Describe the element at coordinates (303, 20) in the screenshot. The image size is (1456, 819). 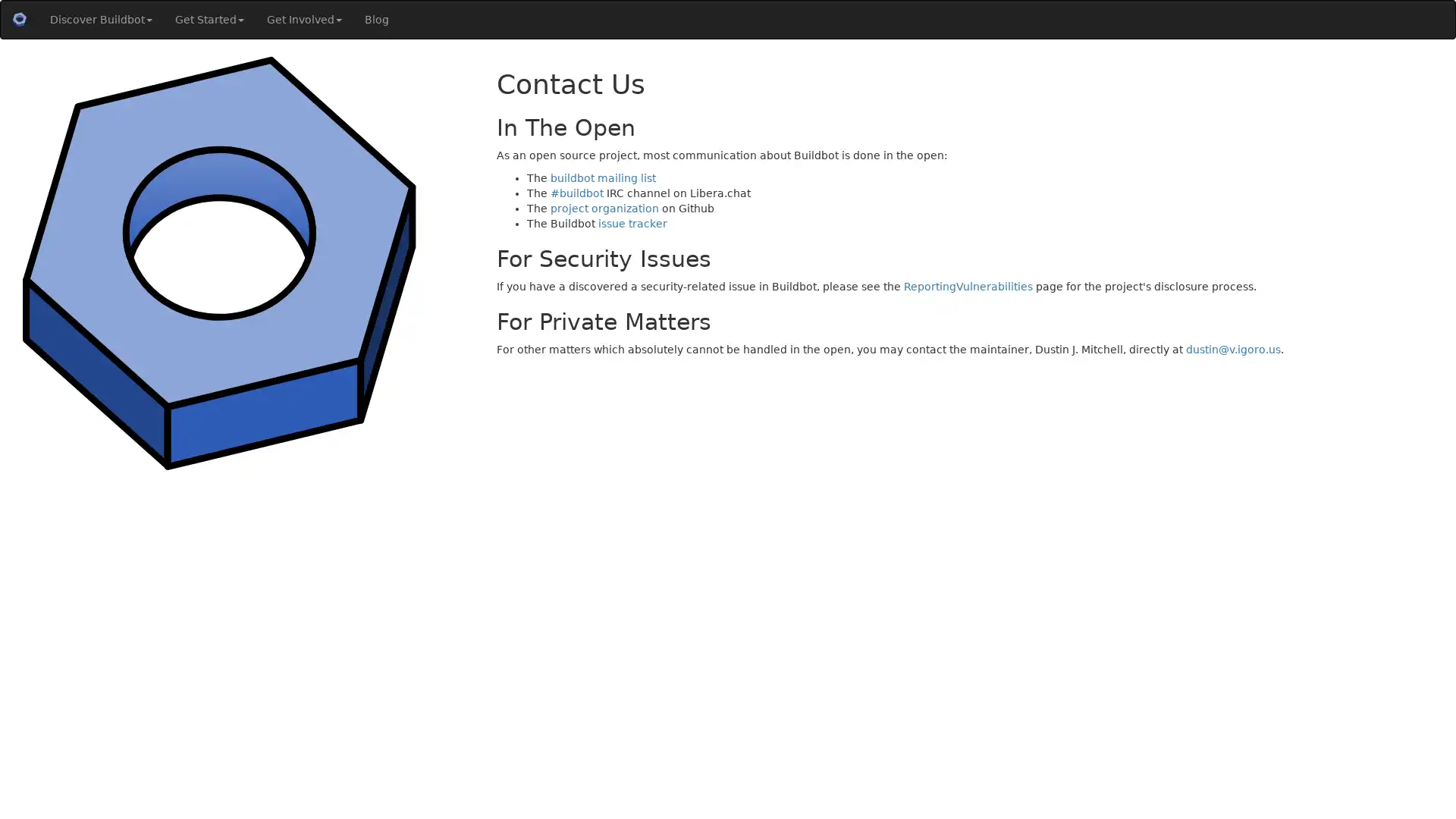
I see `Get Involved` at that location.